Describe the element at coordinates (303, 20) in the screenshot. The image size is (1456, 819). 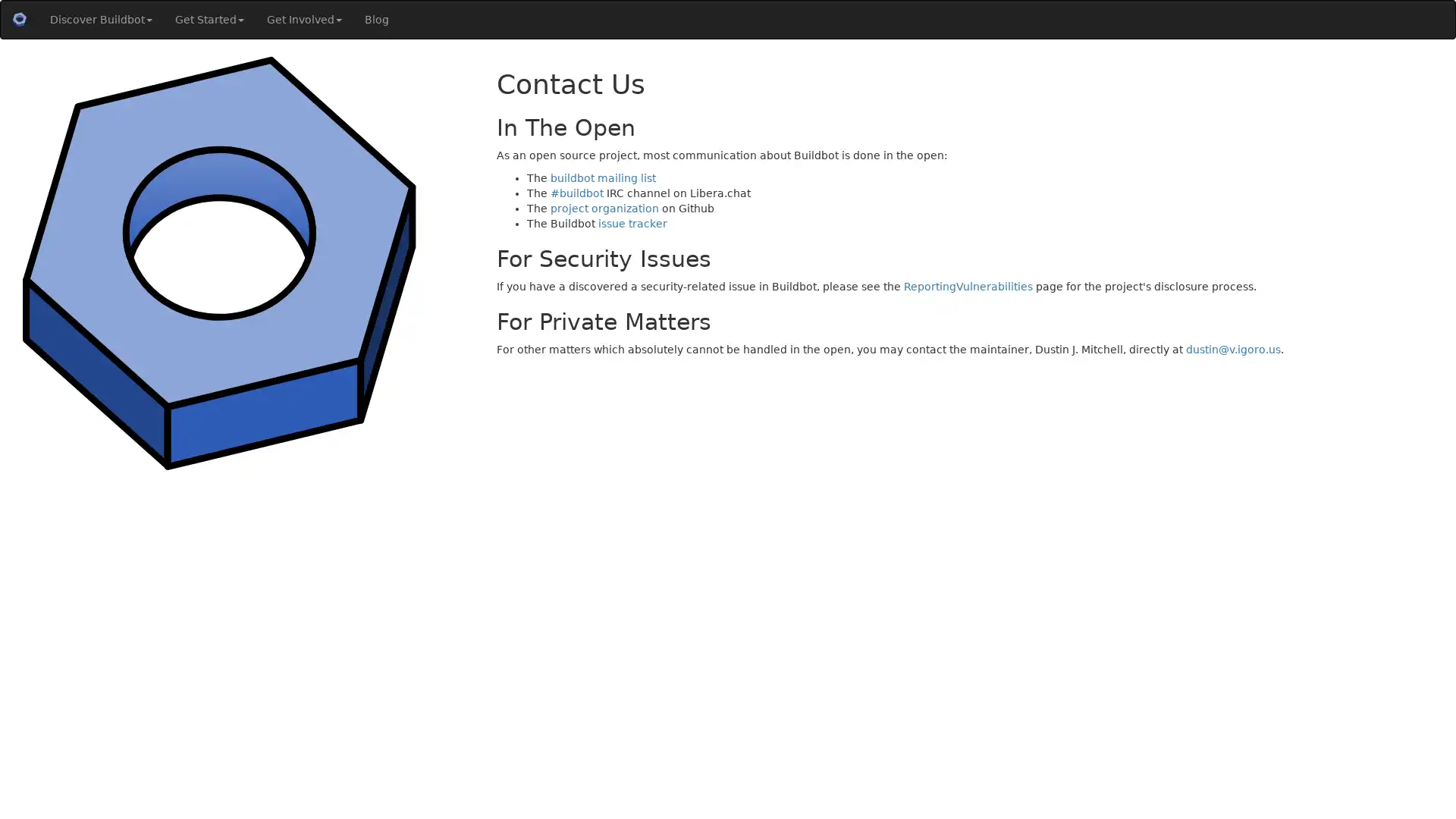
I see `Get Involved` at that location.